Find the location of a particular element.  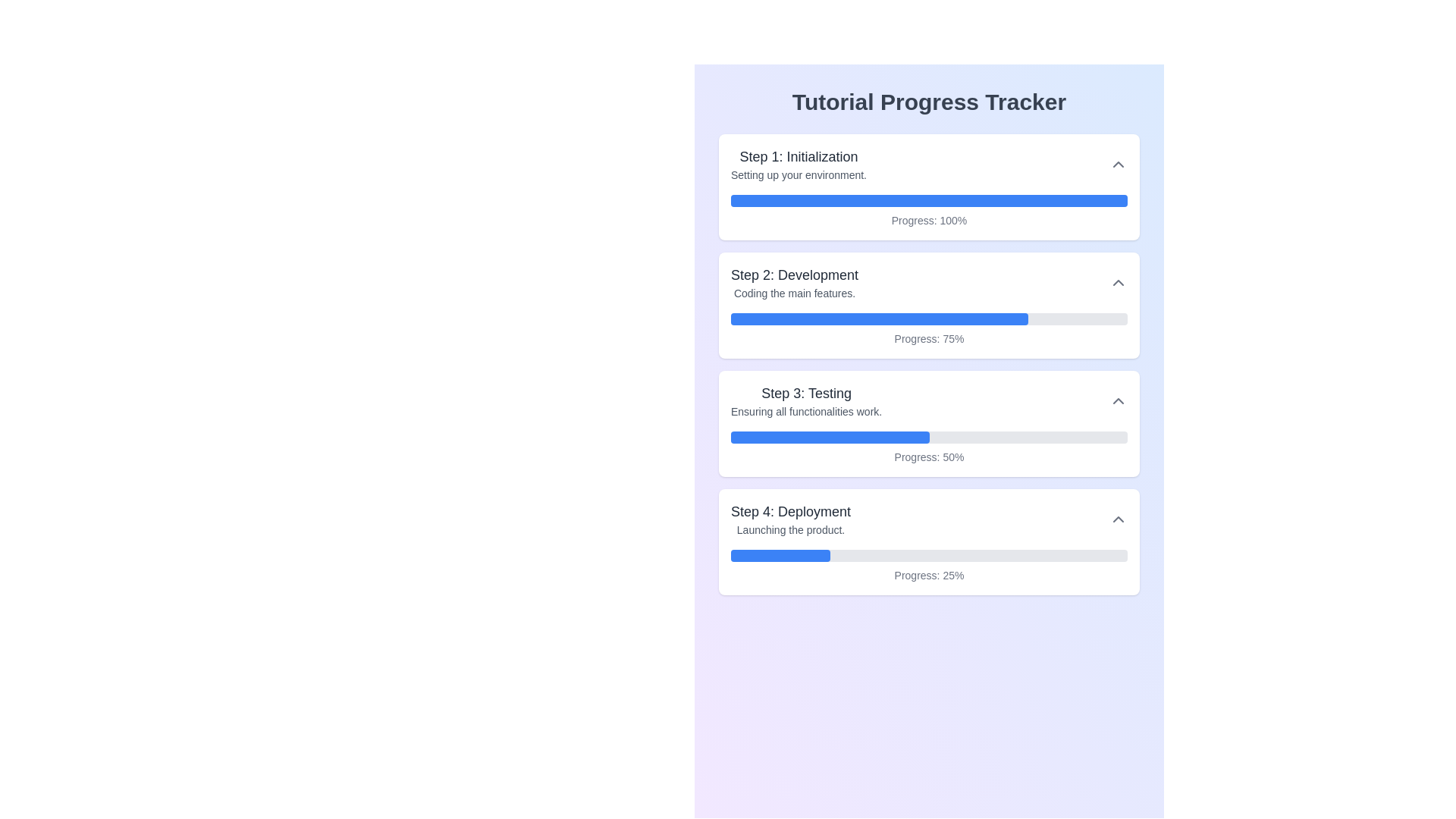

the progress indicator of the last progress bar located in the 'Step 4: Deployment' section is located at coordinates (928, 555).